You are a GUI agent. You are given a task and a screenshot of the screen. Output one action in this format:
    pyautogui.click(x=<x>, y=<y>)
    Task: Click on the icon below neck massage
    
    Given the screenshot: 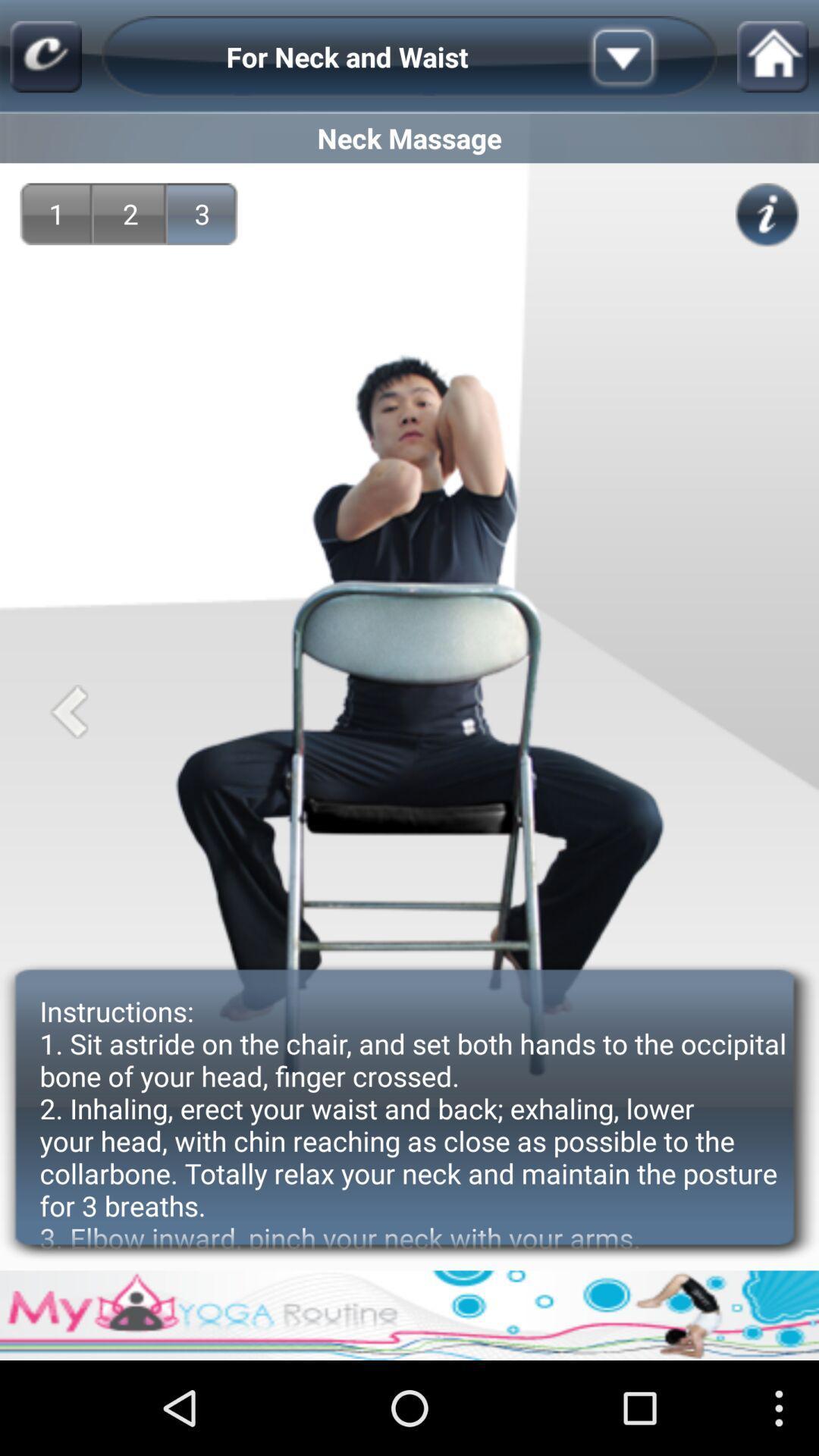 What is the action you would take?
    pyautogui.click(x=202, y=213)
    